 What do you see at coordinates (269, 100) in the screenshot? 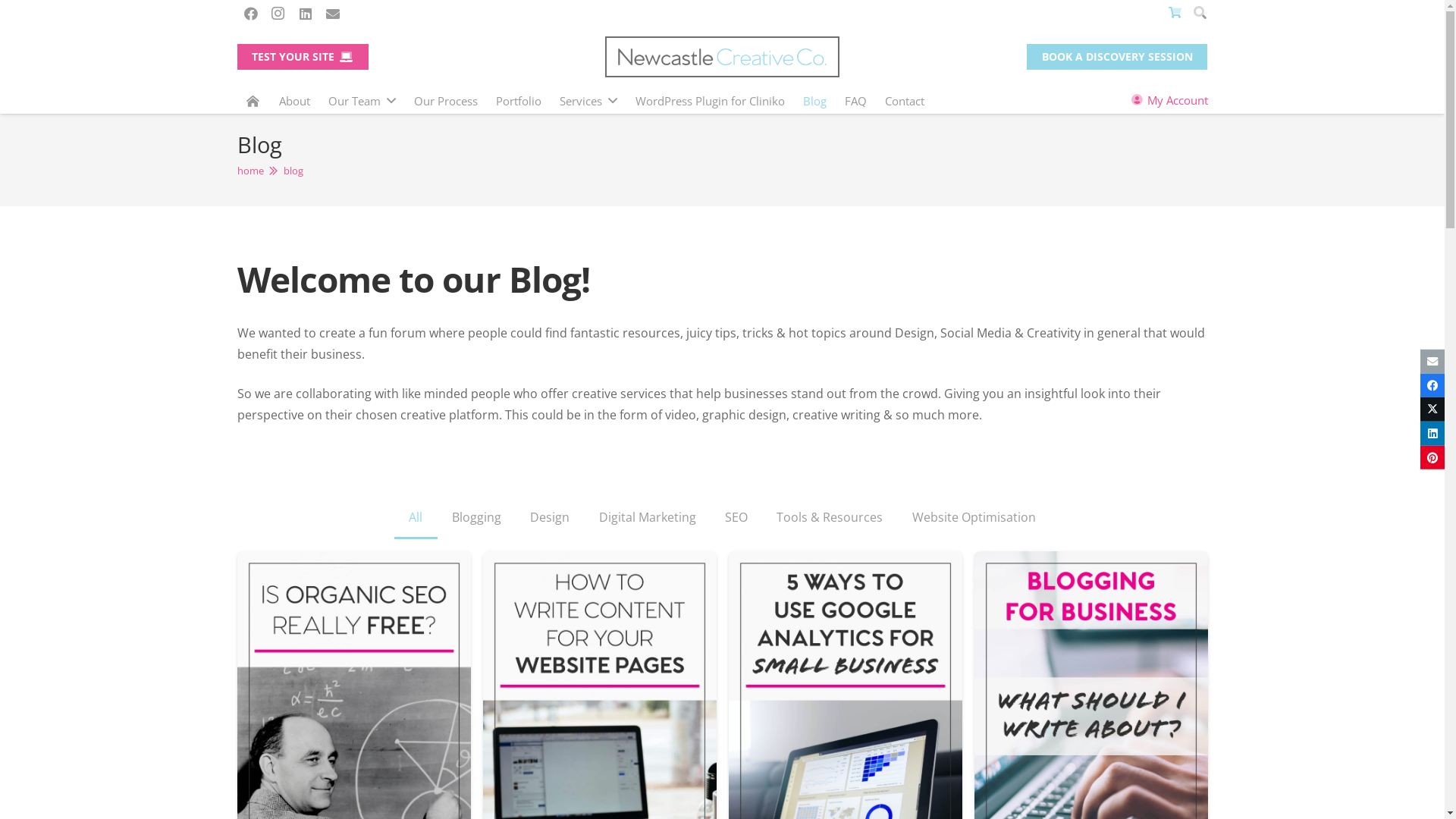
I see `'About'` at bounding box center [269, 100].